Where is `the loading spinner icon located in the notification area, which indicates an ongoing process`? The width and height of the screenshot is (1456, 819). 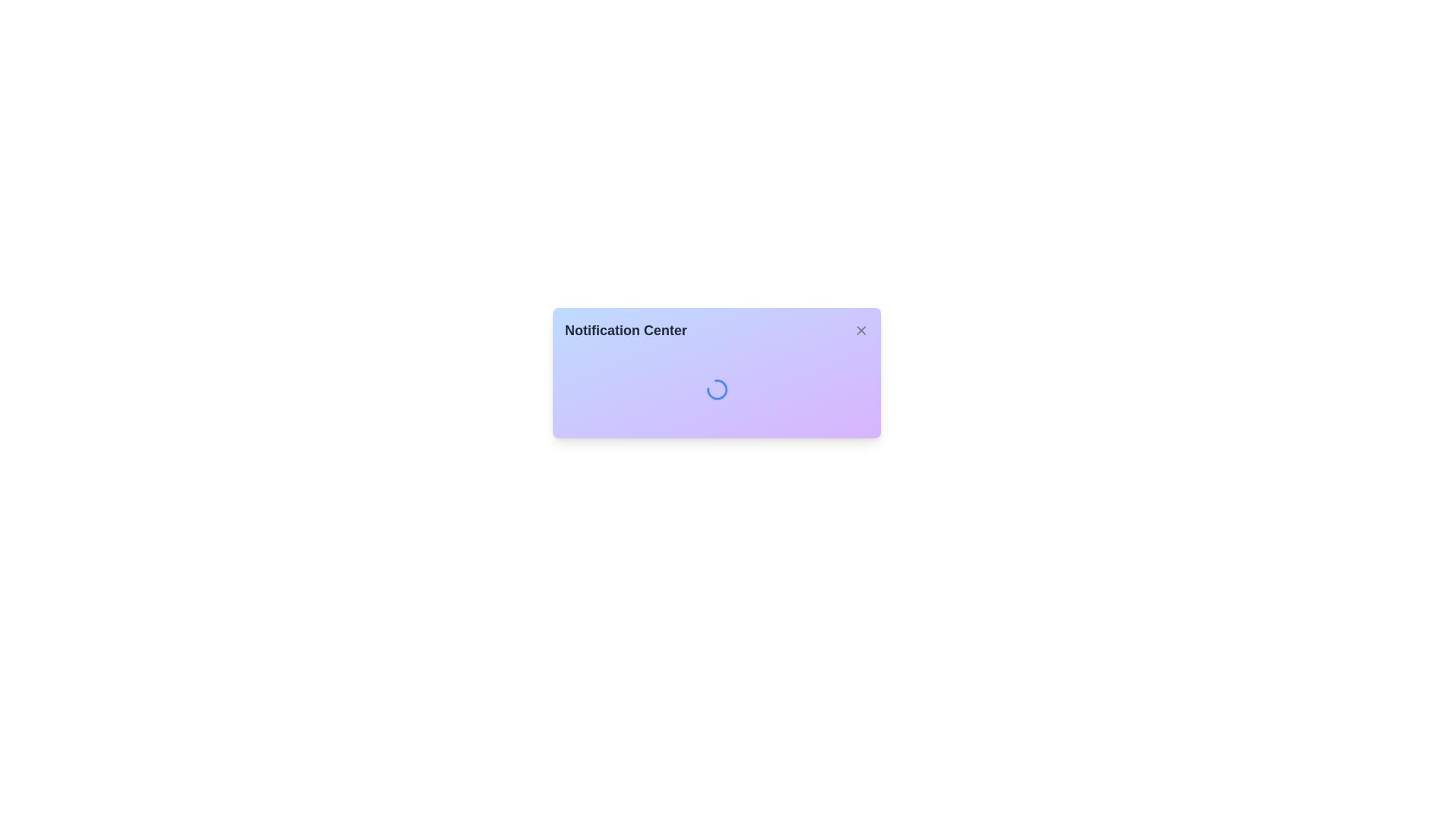
the loading spinner icon located in the notification area, which indicates an ongoing process is located at coordinates (716, 388).